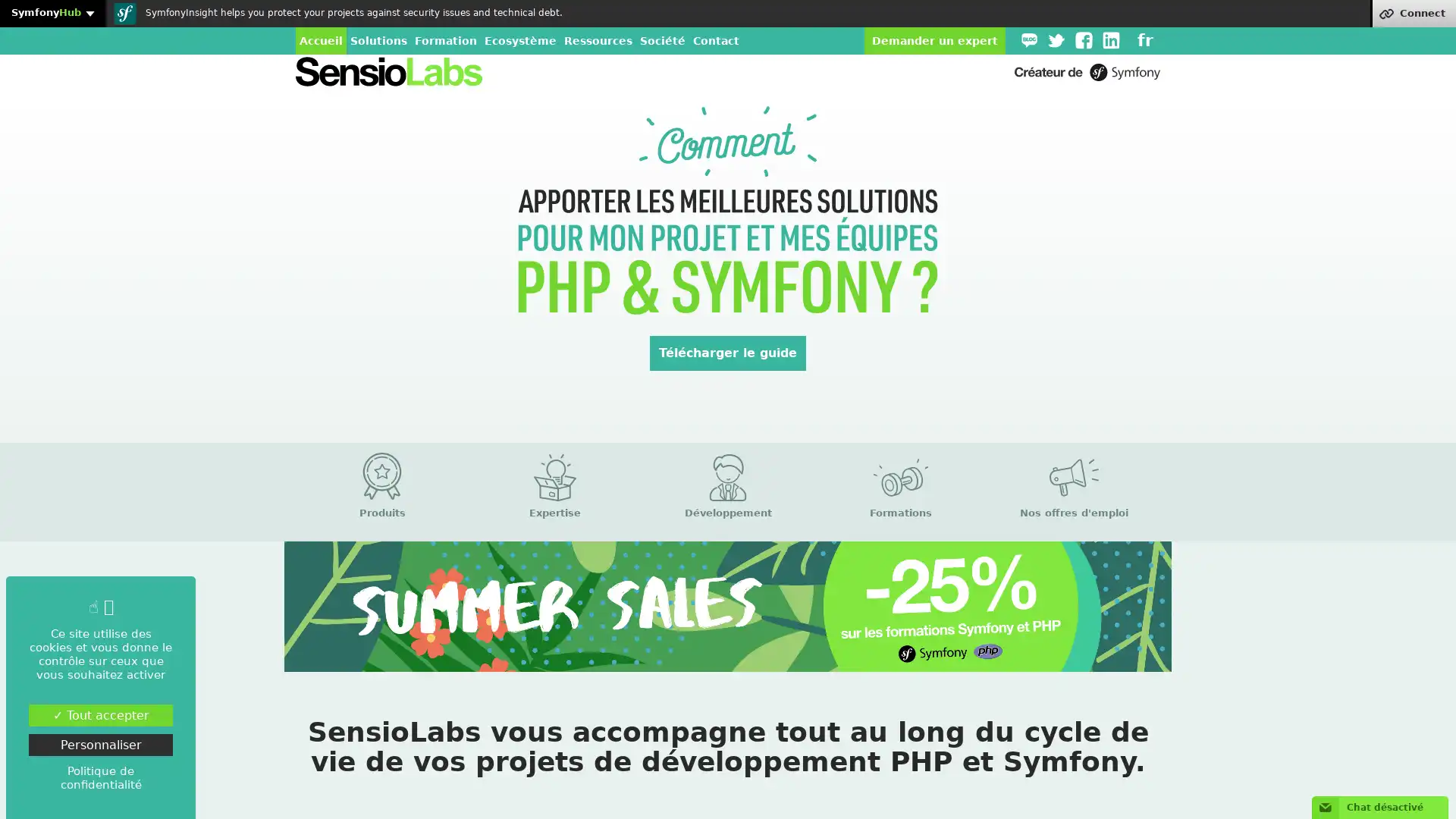  I want to click on Politique de confidentialite, so click(100, 778).